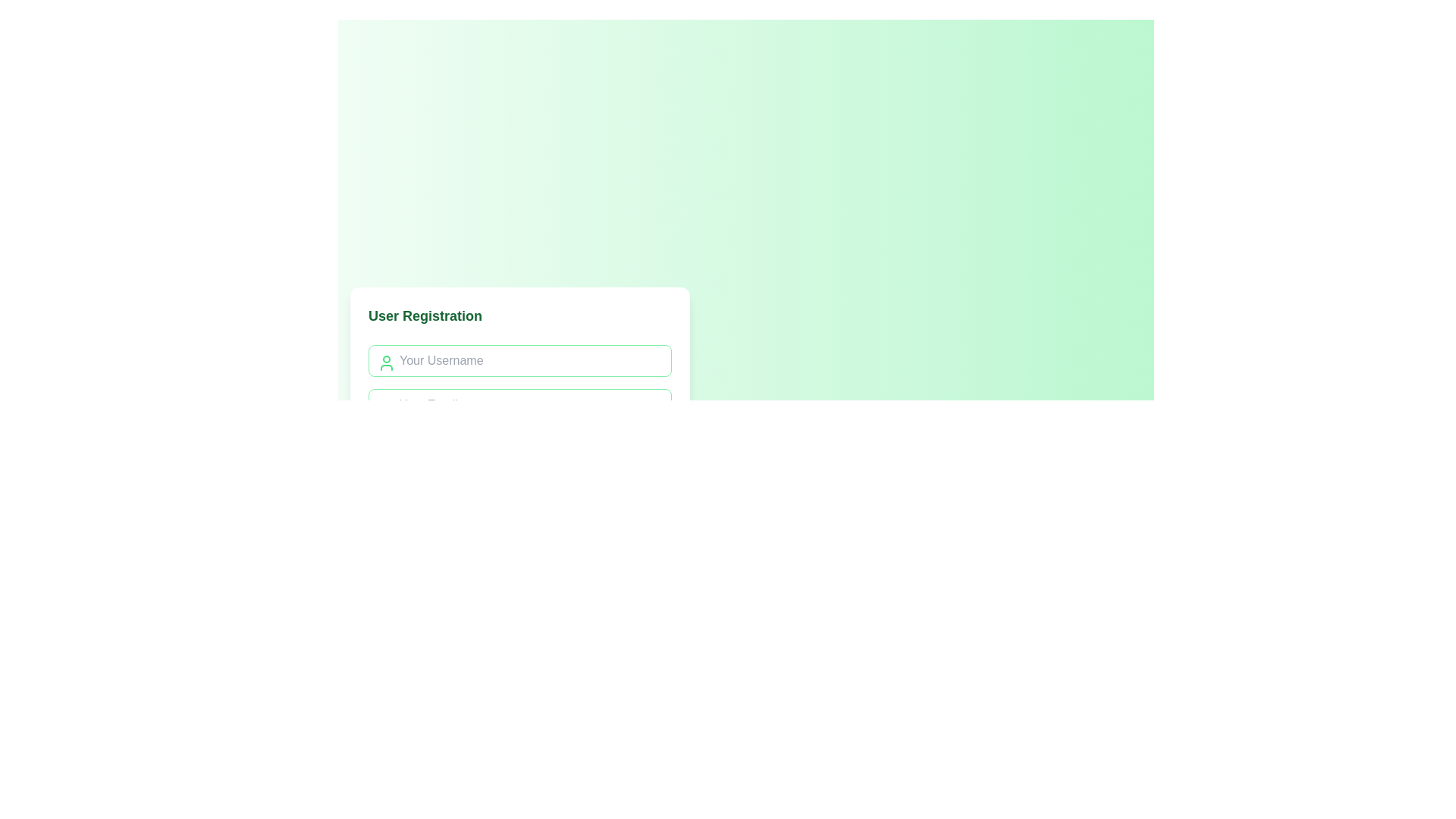 This screenshot has height=819, width=1456. Describe the element at coordinates (386, 406) in the screenshot. I see `the small green mail icon styled with an outline drawing, located at the top-left corner of the email input field in the registration form layout` at that location.